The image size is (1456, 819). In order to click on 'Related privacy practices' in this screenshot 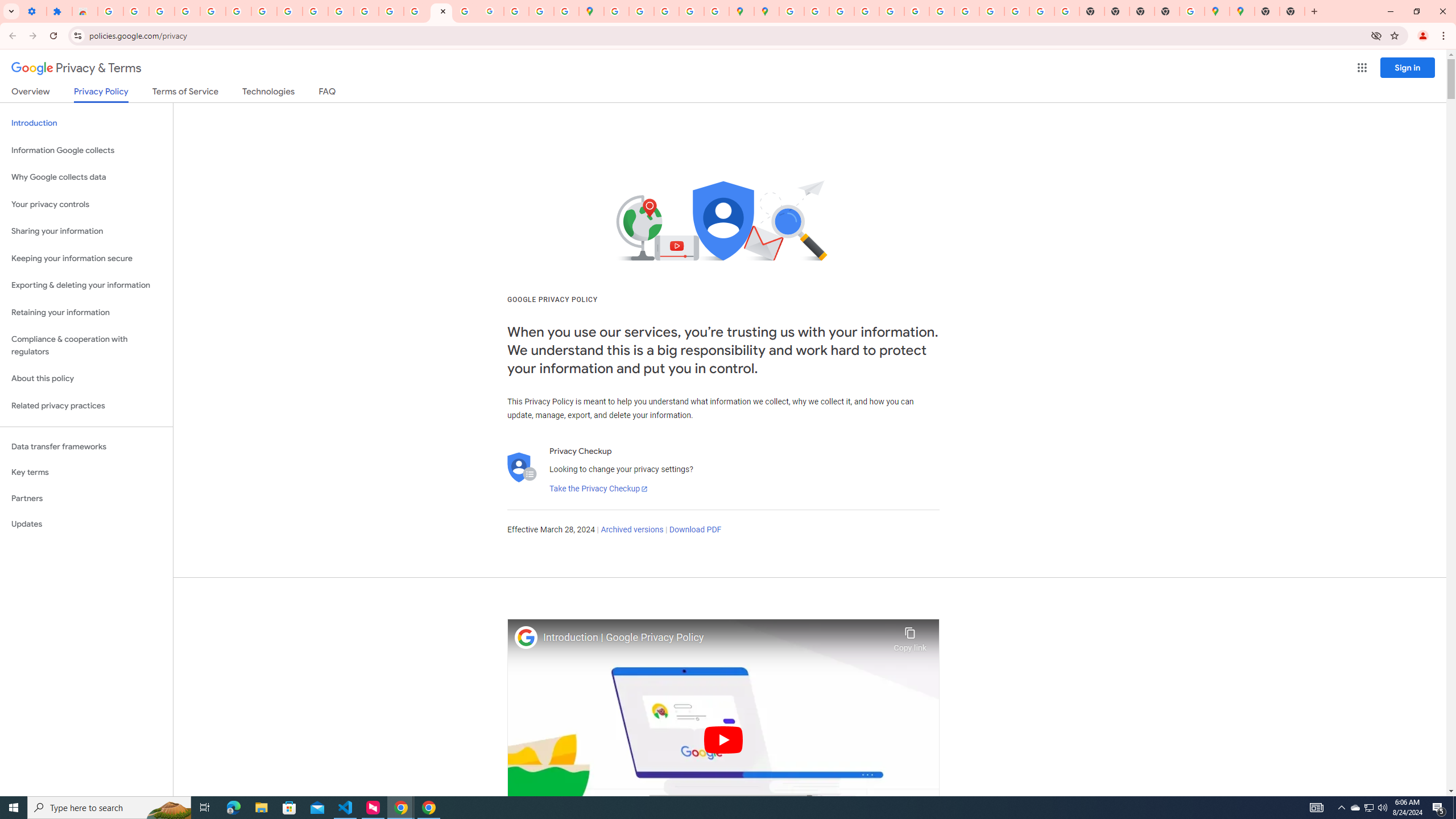, I will do `click(86, 405)`.